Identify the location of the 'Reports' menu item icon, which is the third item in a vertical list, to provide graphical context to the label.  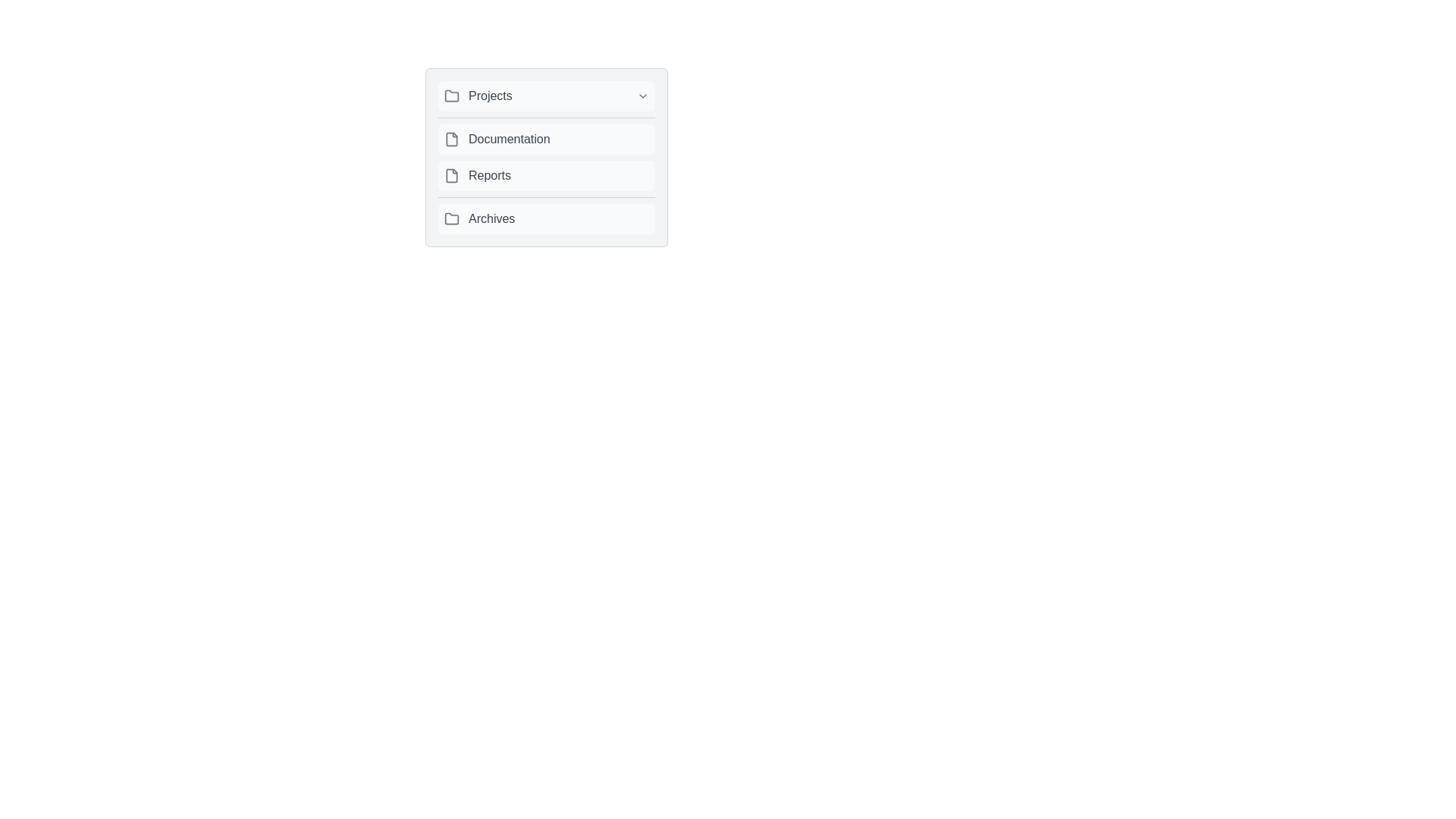
(450, 174).